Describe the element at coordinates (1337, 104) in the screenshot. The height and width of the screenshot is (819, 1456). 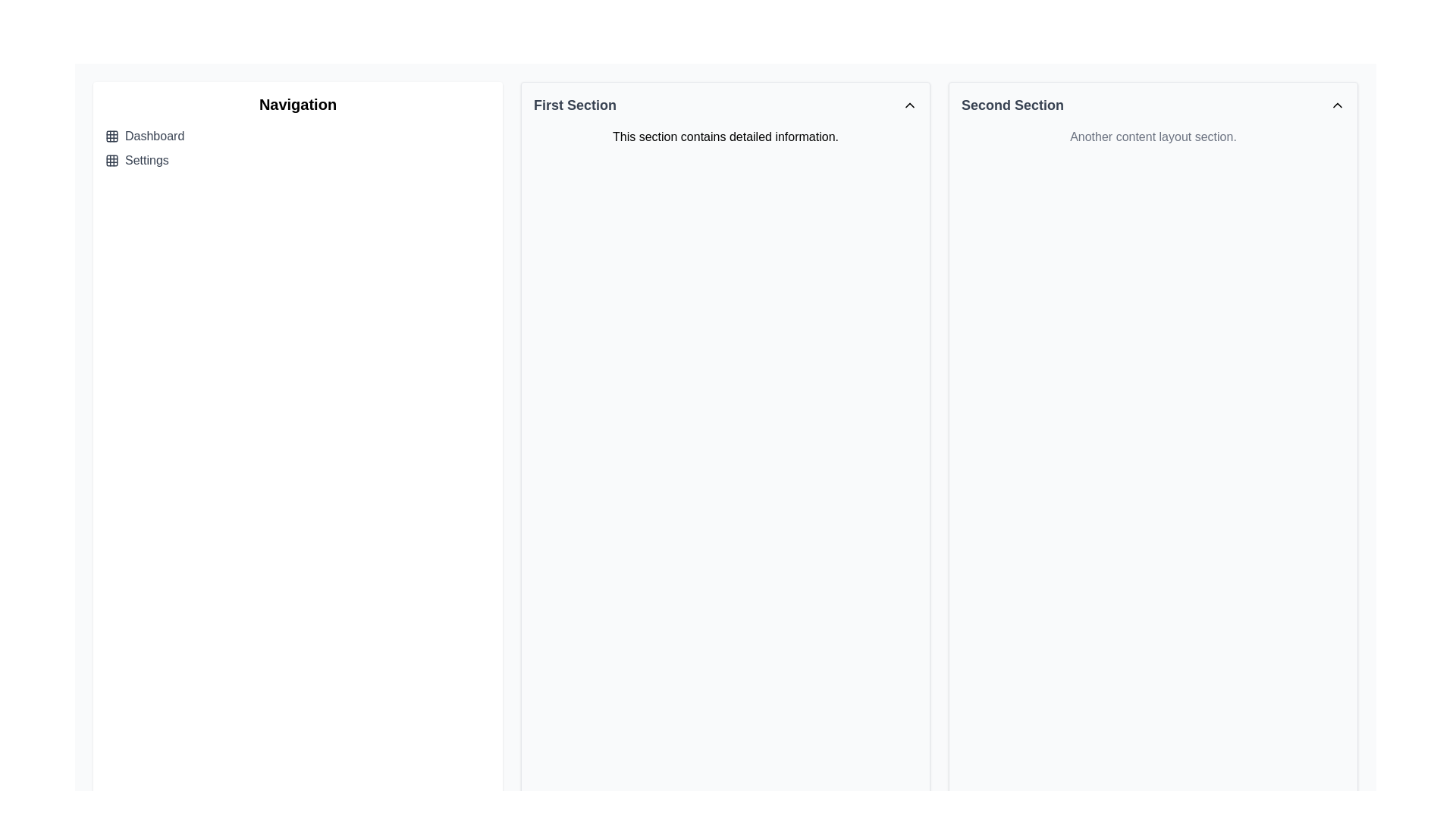
I see `the chevron-up button located at the far right of the header area of the 'Second Section'` at that location.